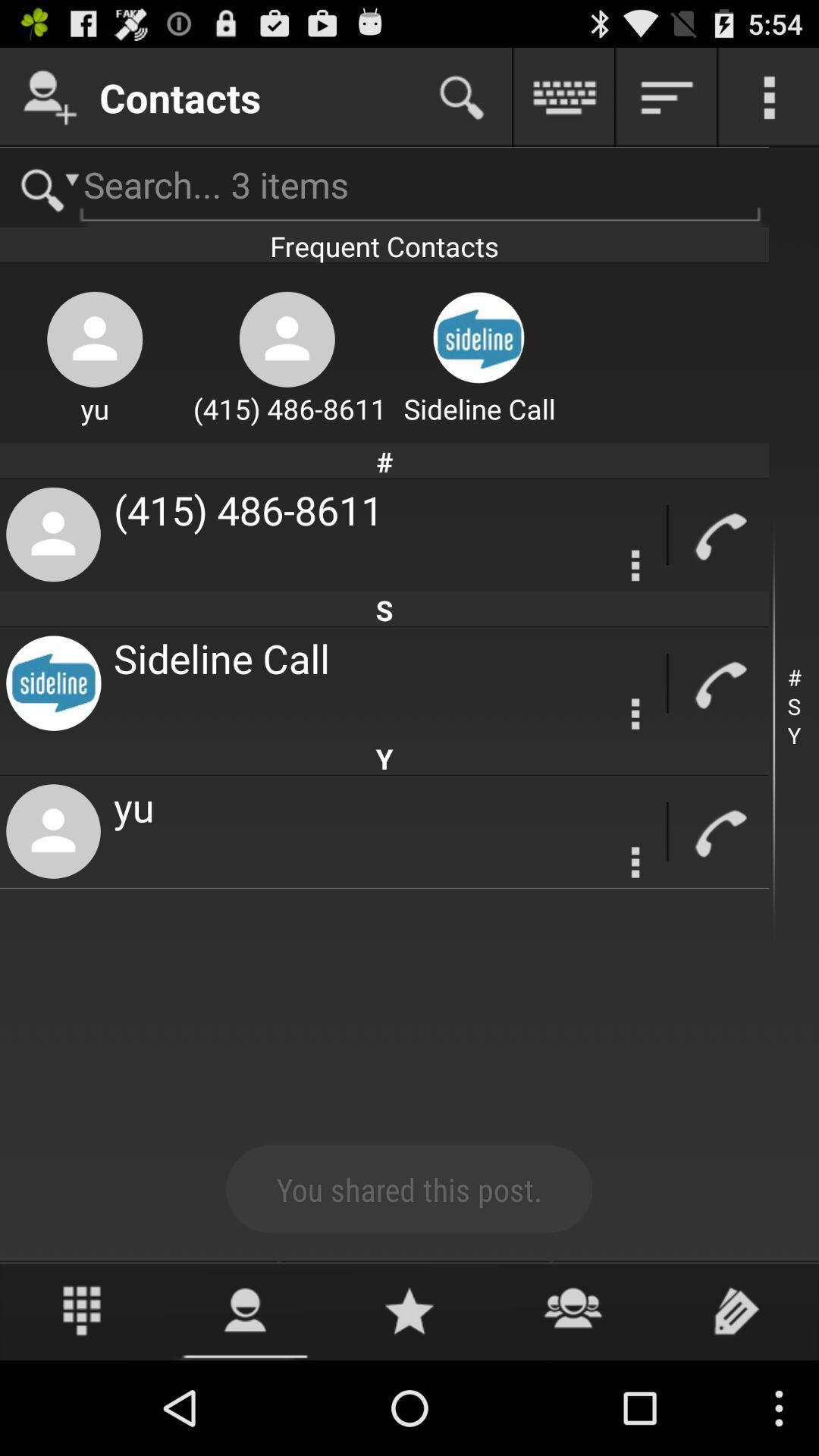 The width and height of the screenshot is (819, 1456). Describe the element at coordinates (461, 96) in the screenshot. I see `search option` at that location.